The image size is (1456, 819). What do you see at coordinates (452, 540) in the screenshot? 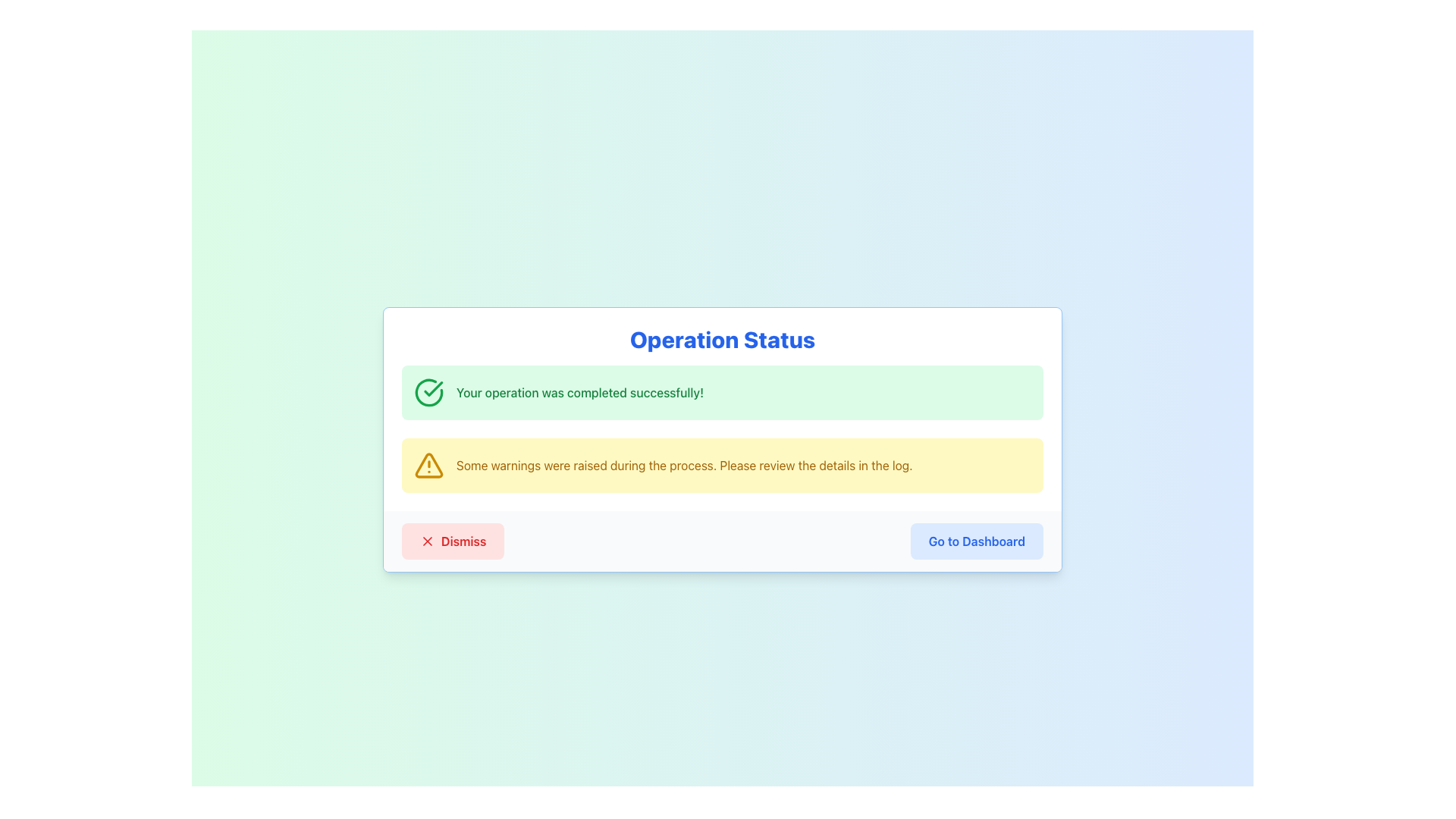
I see `the leftmost button in the horizontal bar of the notification panel to activate hover effects` at bounding box center [452, 540].